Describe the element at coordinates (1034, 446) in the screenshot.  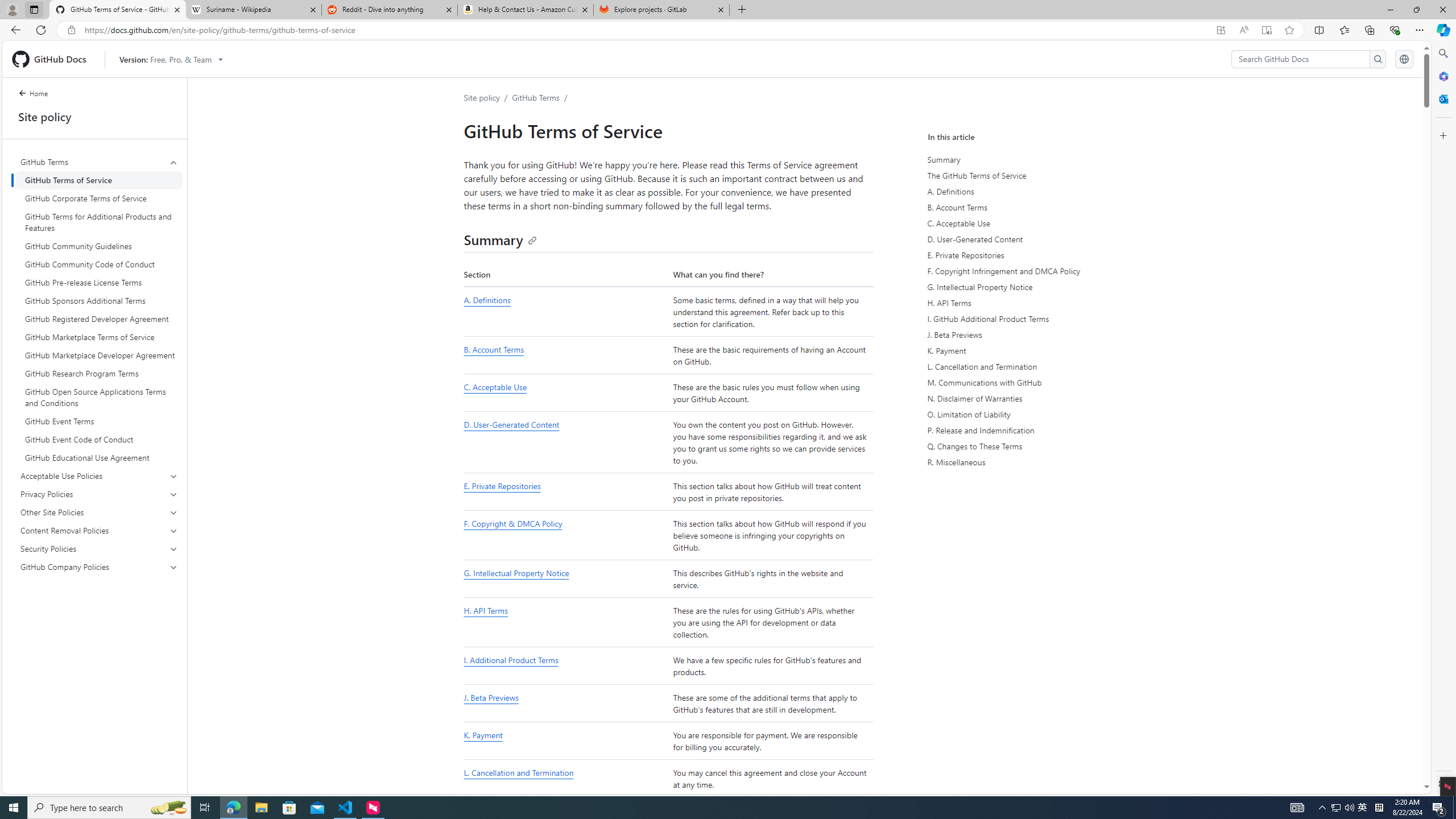
I see `'Q. Changes to These Terms'` at that location.